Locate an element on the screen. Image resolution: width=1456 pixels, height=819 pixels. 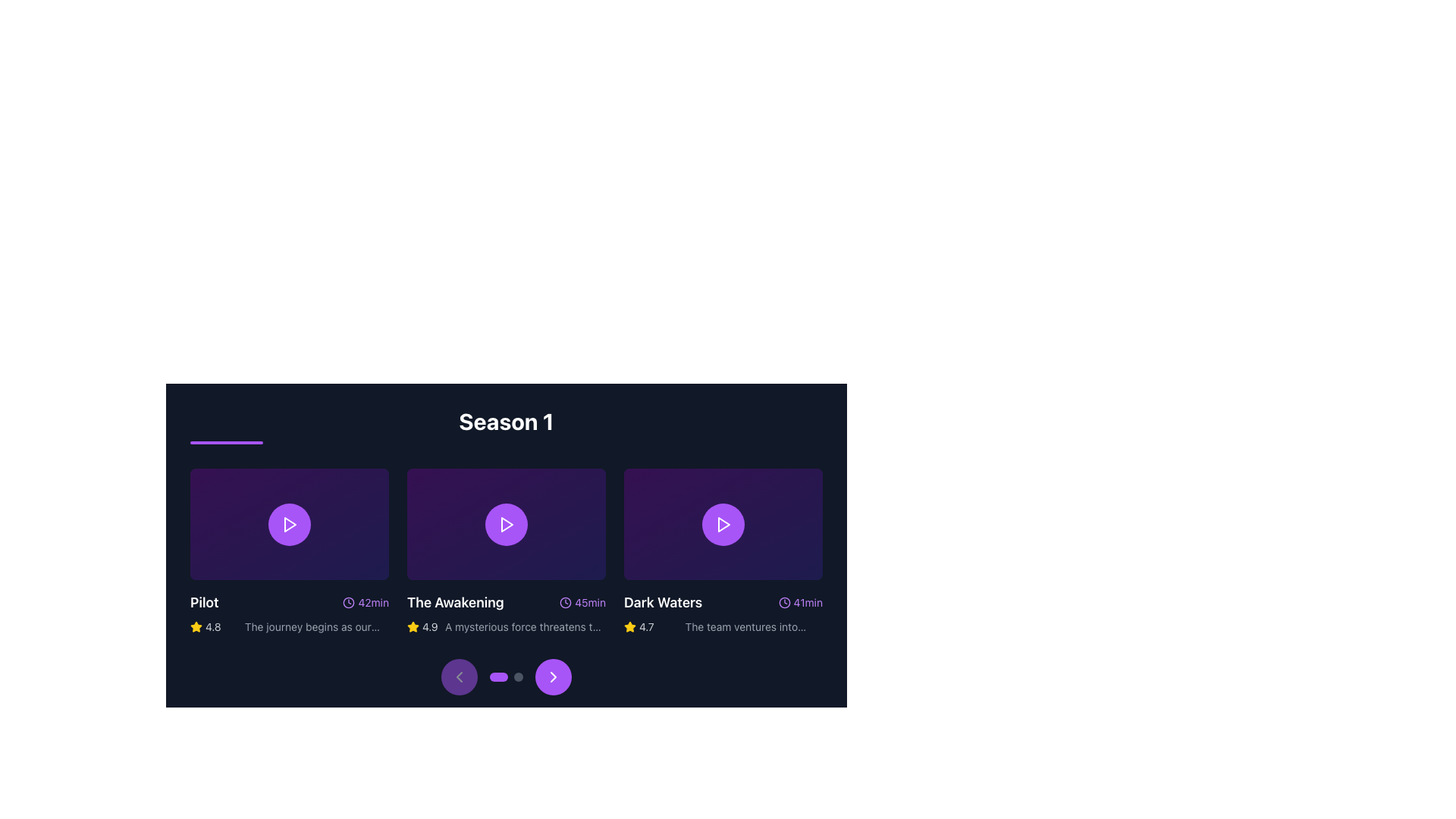
the play icon on the third card in the grid layout that presents an episode or content item is located at coordinates (723, 551).